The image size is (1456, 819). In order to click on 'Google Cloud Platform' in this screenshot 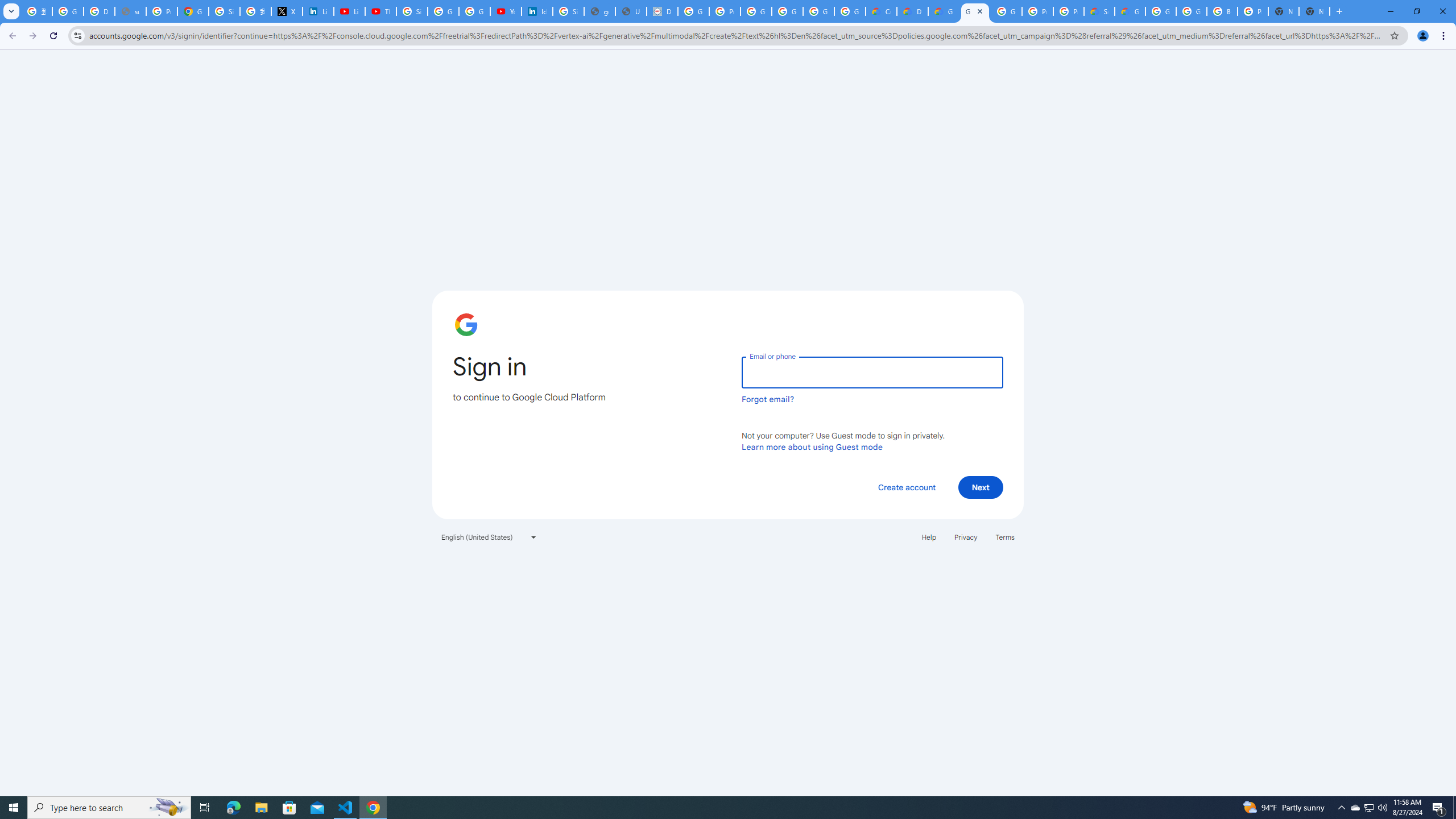, I will do `click(1191, 11)`.